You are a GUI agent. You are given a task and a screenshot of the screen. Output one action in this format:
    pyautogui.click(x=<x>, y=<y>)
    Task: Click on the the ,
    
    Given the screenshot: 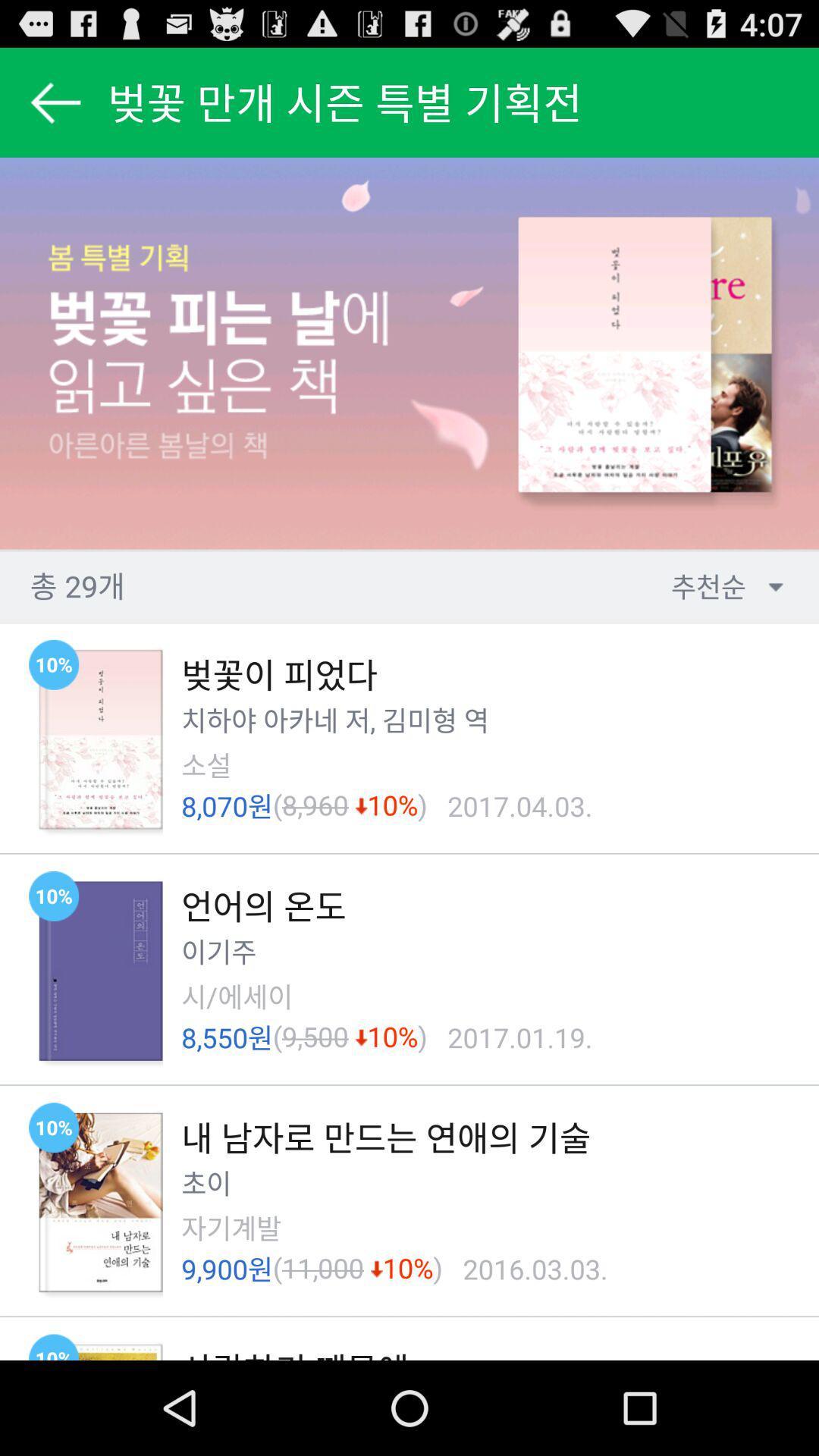 What is the action you would take?
    pyautogui.click(x=375, y=720)
    